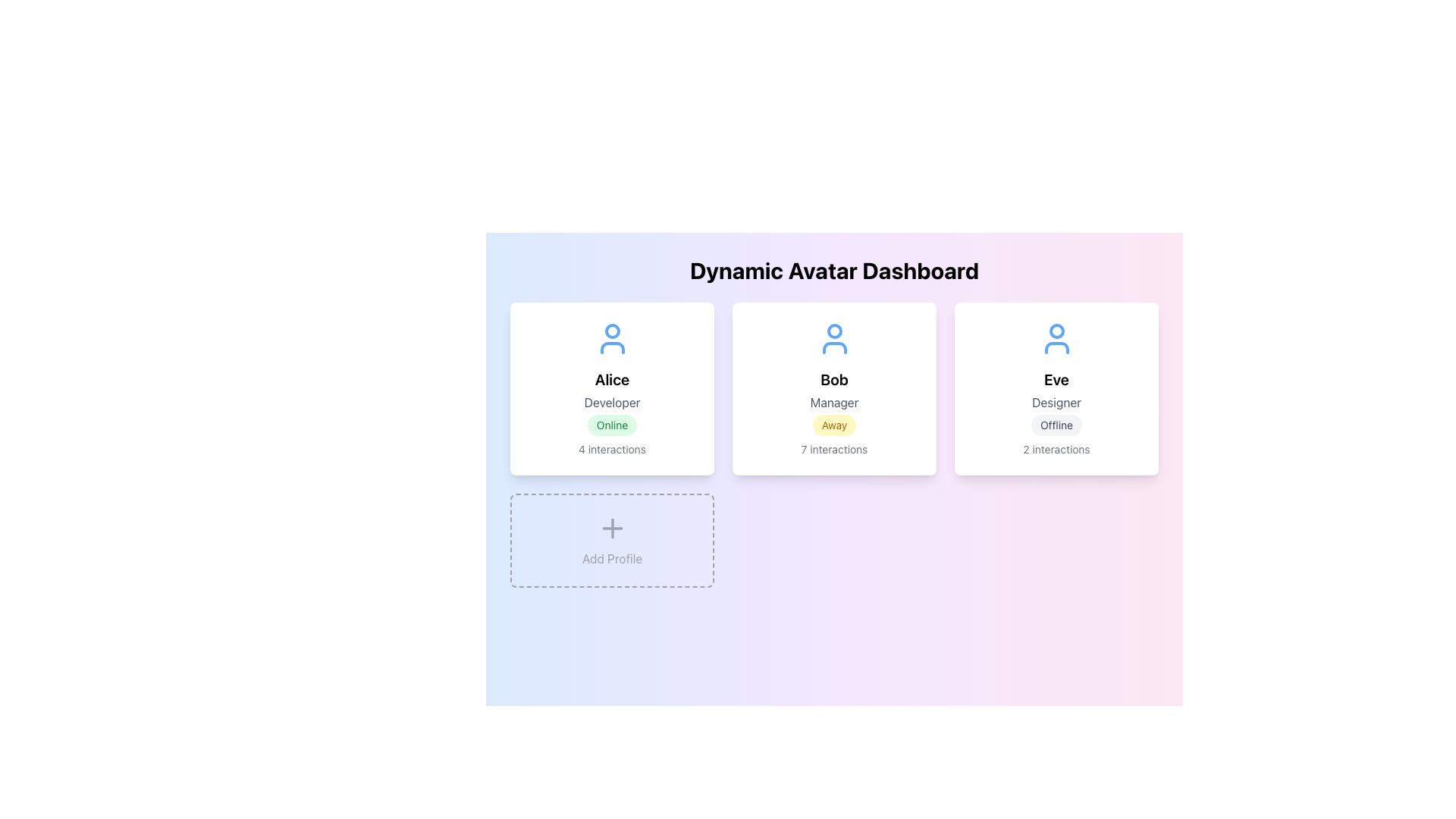 The height and width of the screenshot is (819, 1456). What do you see at coordinates (612, 528) in the screenshot?
I see `the plus sign icon located within the dashed-bordered 'Add Profile' box to initiate adding a new profile` at bounding box center [612, 528].